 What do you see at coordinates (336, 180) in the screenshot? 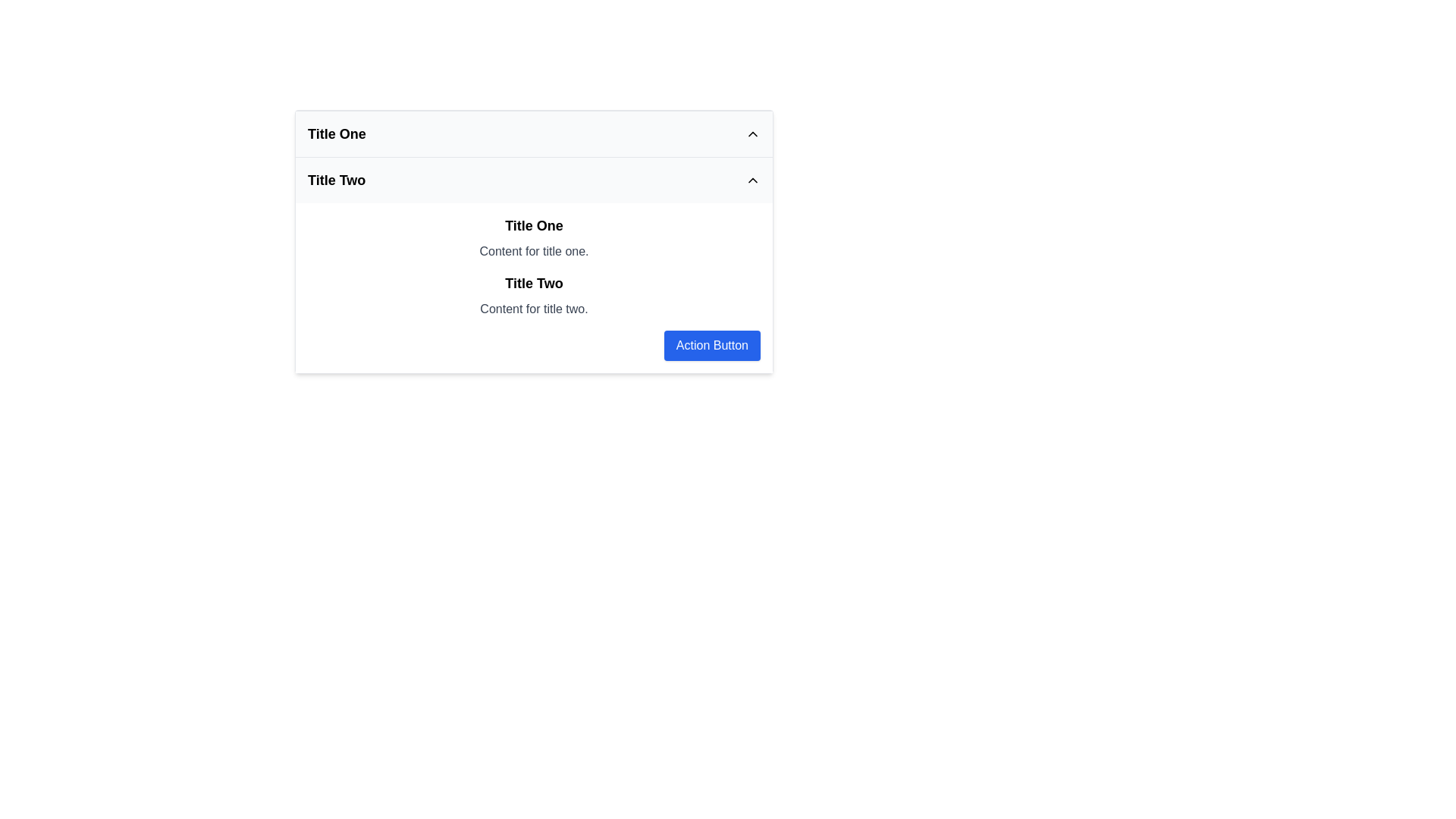
I see `the Text Label that serves as a header or title, located in the upper left area of a section below the 'Title One' label, adjacent to a chevron icon` at bounding box center [336, 180].